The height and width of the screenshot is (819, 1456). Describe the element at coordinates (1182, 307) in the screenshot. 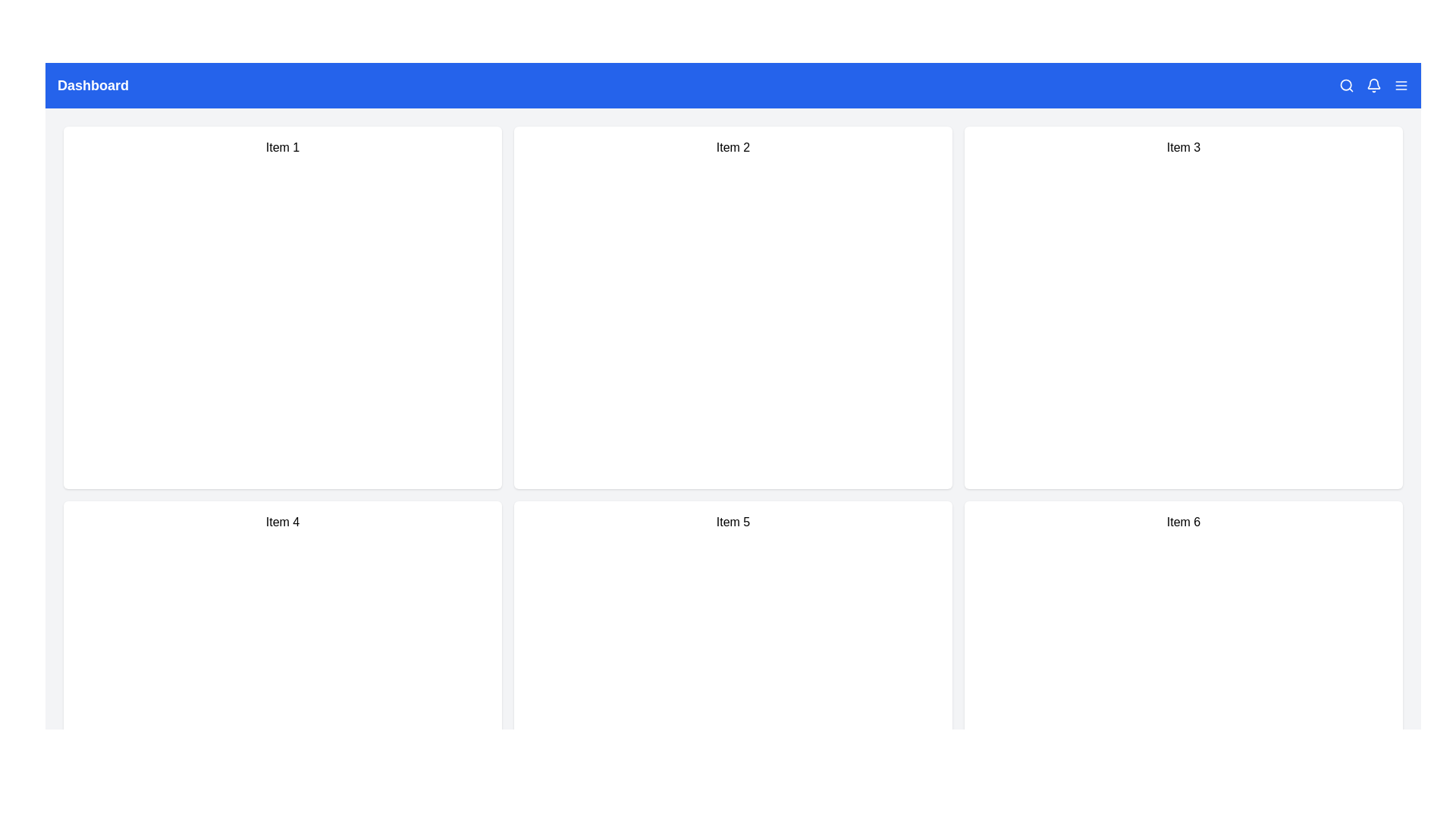

I see `the display card representing 'Item 3' located in the first row, third column of a 3x2 grid layout` at that location.